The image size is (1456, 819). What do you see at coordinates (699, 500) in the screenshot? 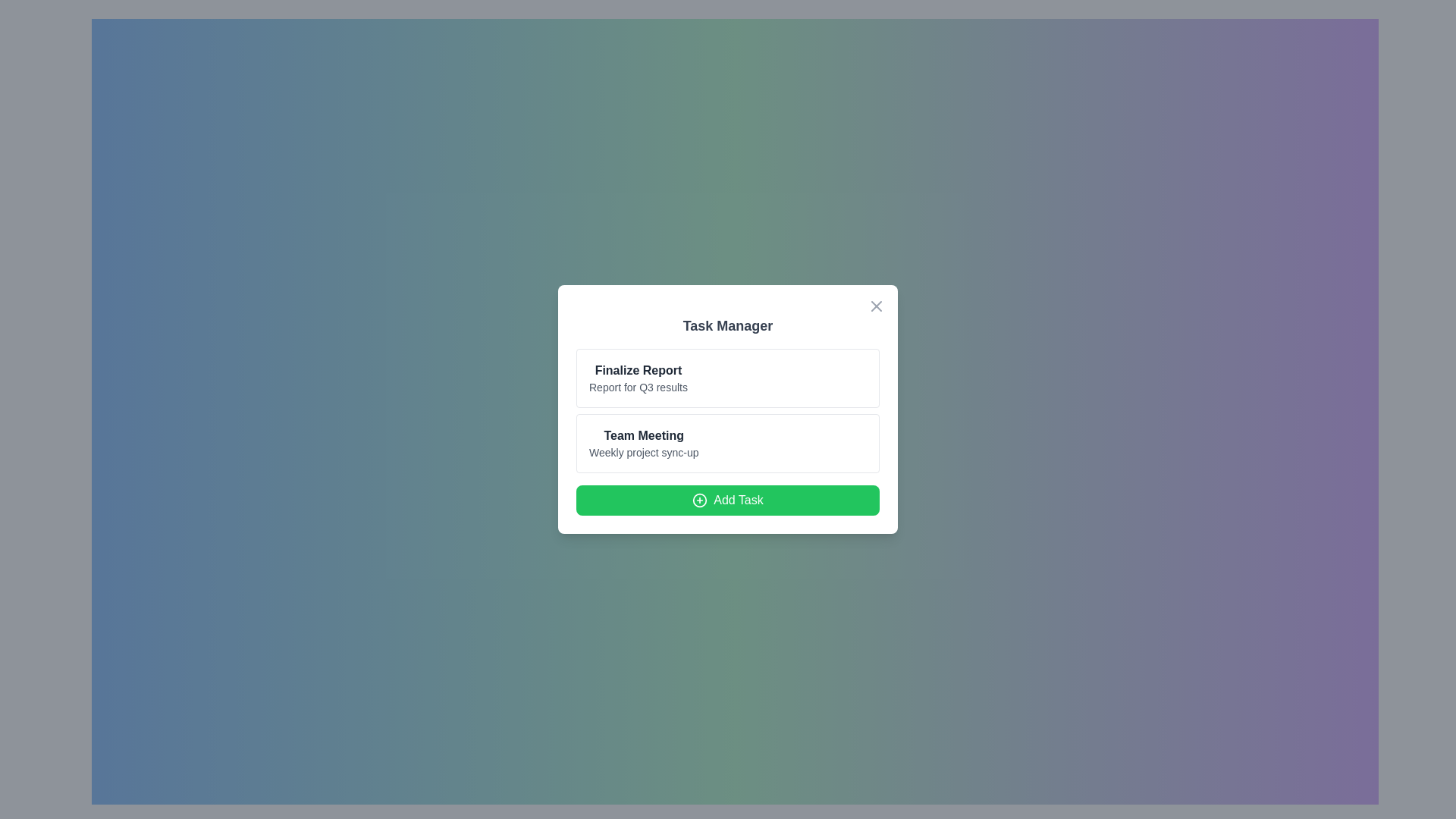
I see `the circular green button labeled 'Add Task' at the bottom of the 'Task Manager' modal window by clicking on it` at bounding box center [699, 500].